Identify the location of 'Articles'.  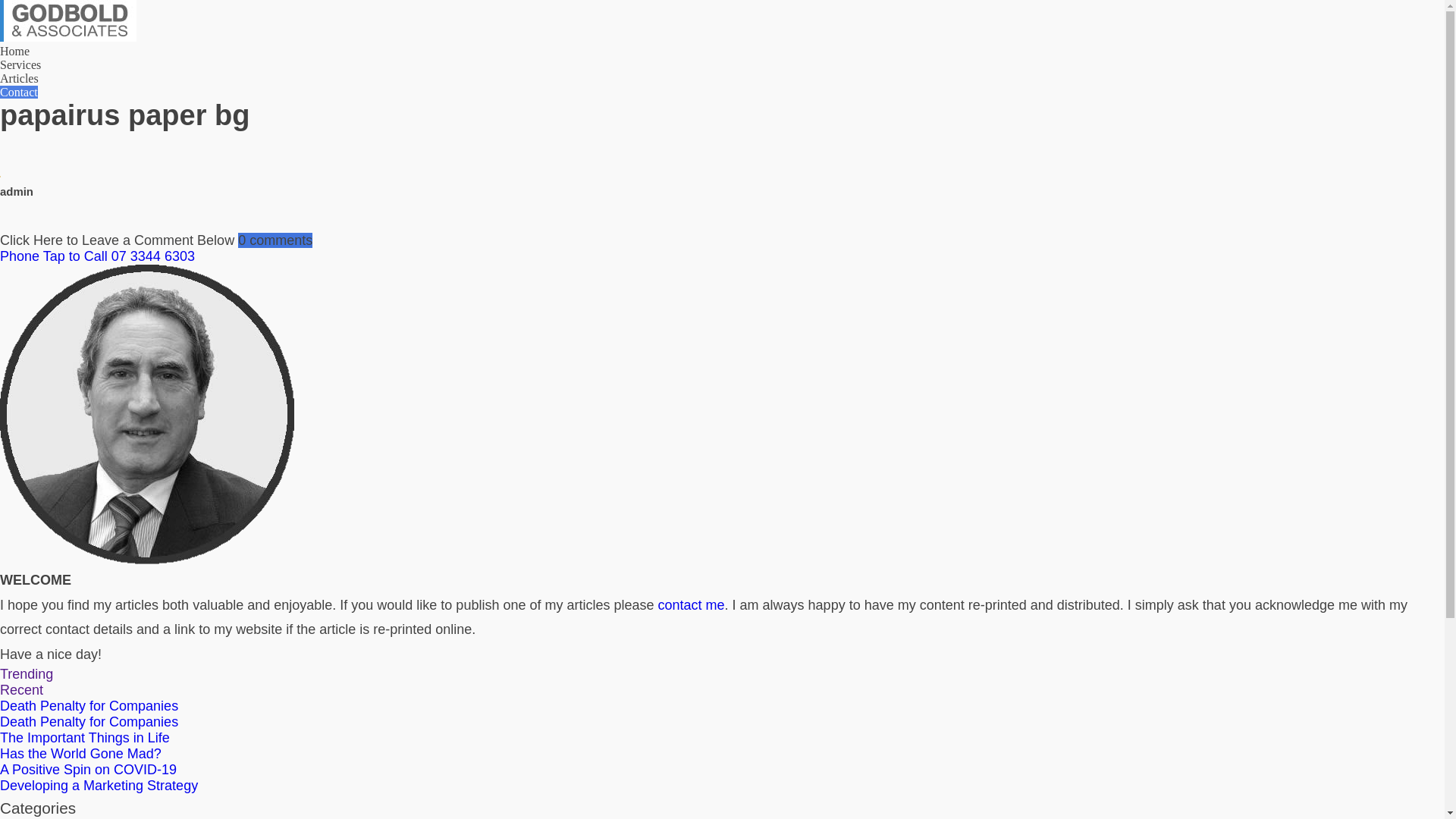
(19, 78).